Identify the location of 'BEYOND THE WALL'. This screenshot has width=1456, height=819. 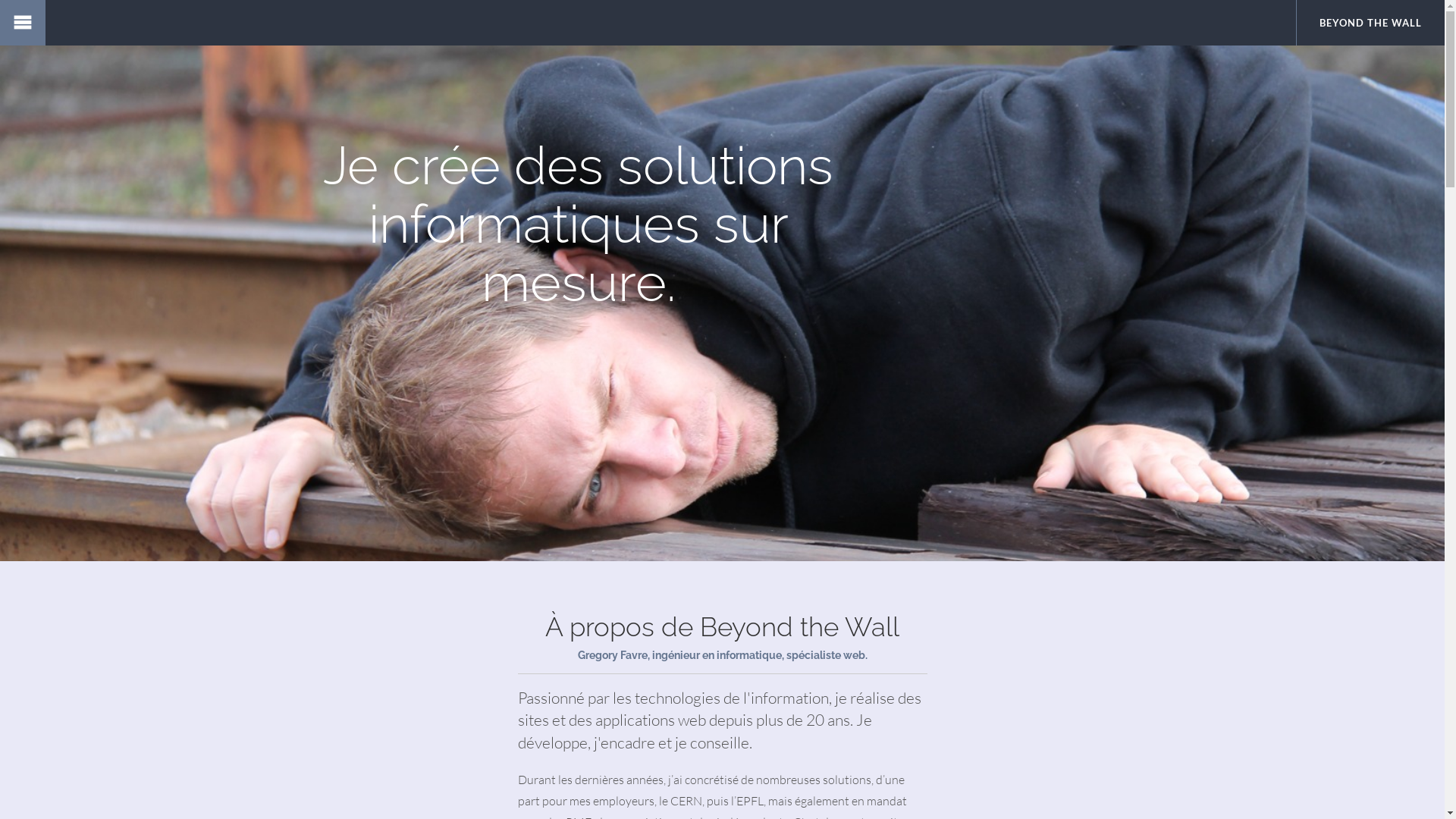
(1370, 23).